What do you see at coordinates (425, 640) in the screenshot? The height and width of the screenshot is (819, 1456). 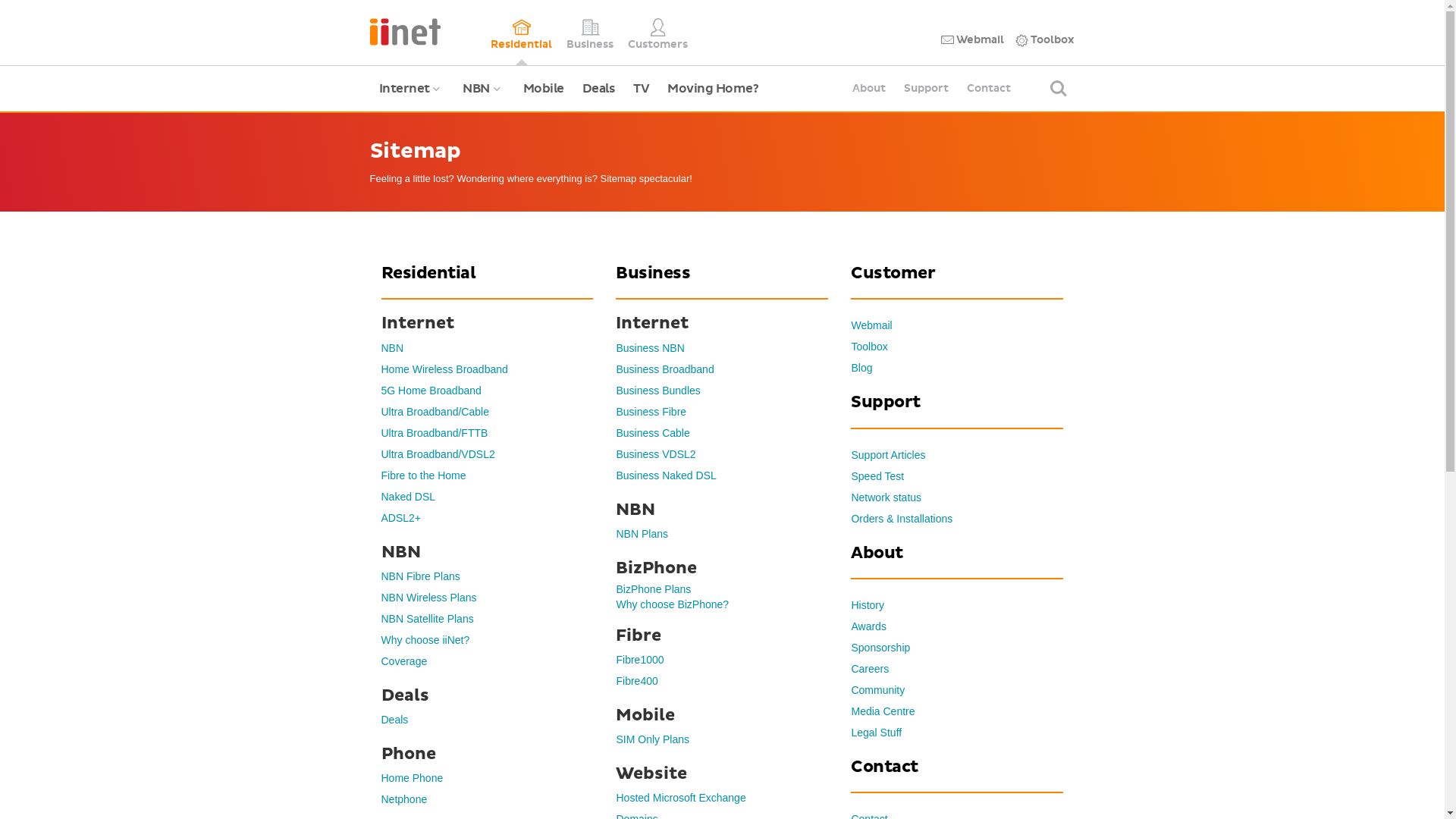 I see `'Why choose iiNet?'` at bounding box center [425, 640].